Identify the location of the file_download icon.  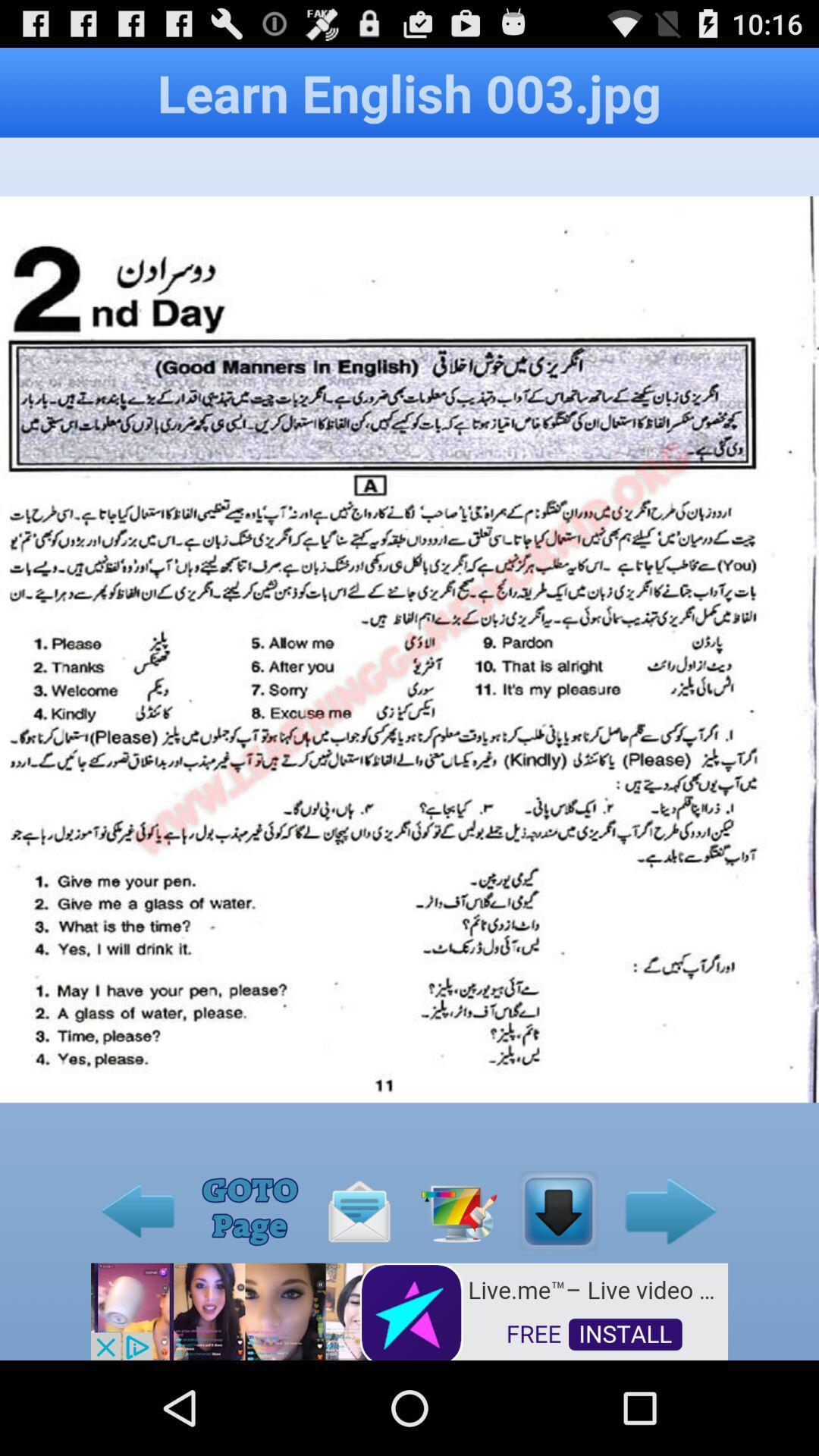
(568, 1295).